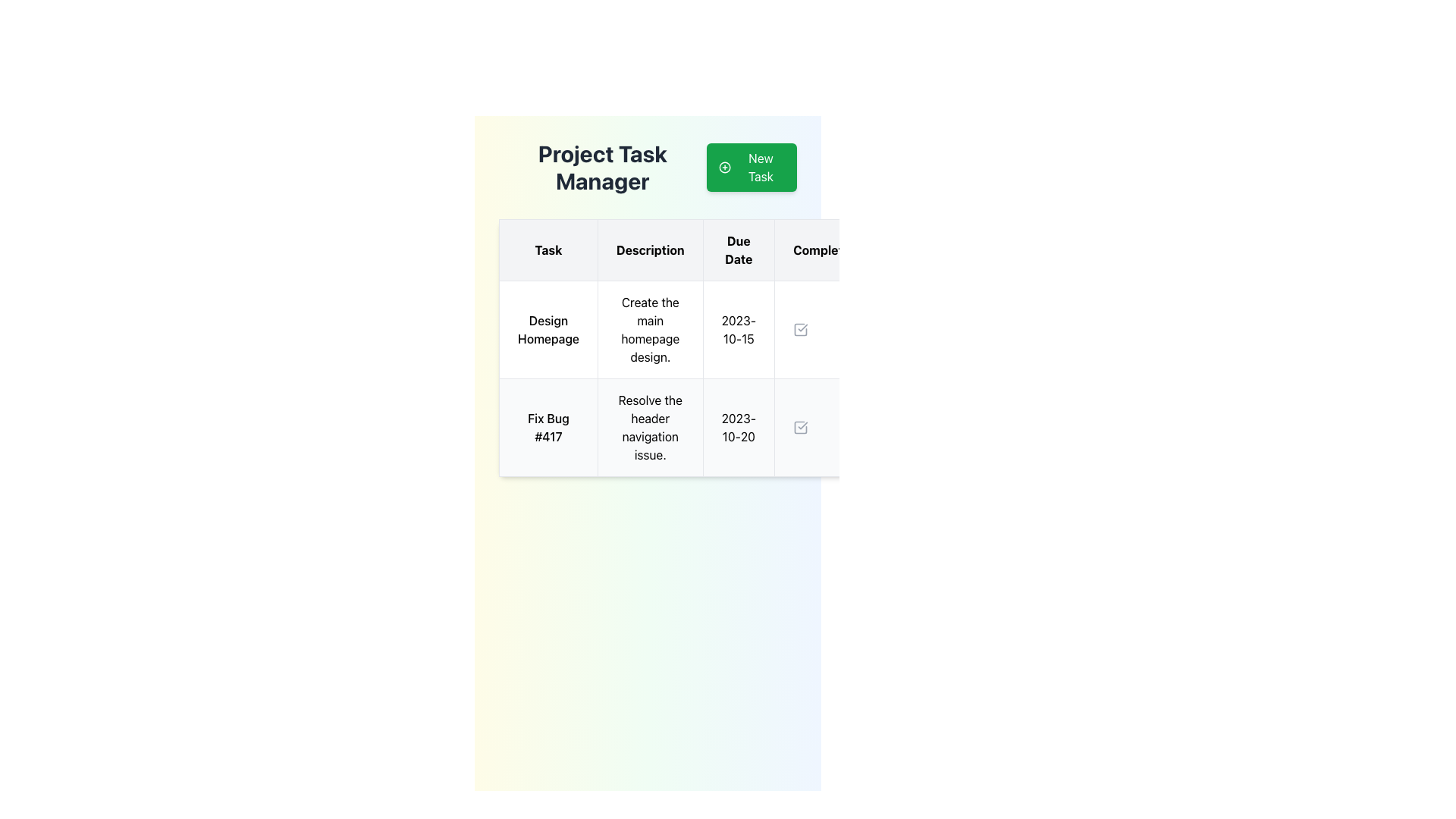  Describe the element at coordinates (800, 427) in the screenshot. I see `the completion status icon located in the 'Complete' column of the second row, adjacent to the 'Fix Bug #417' task entry` at that location.